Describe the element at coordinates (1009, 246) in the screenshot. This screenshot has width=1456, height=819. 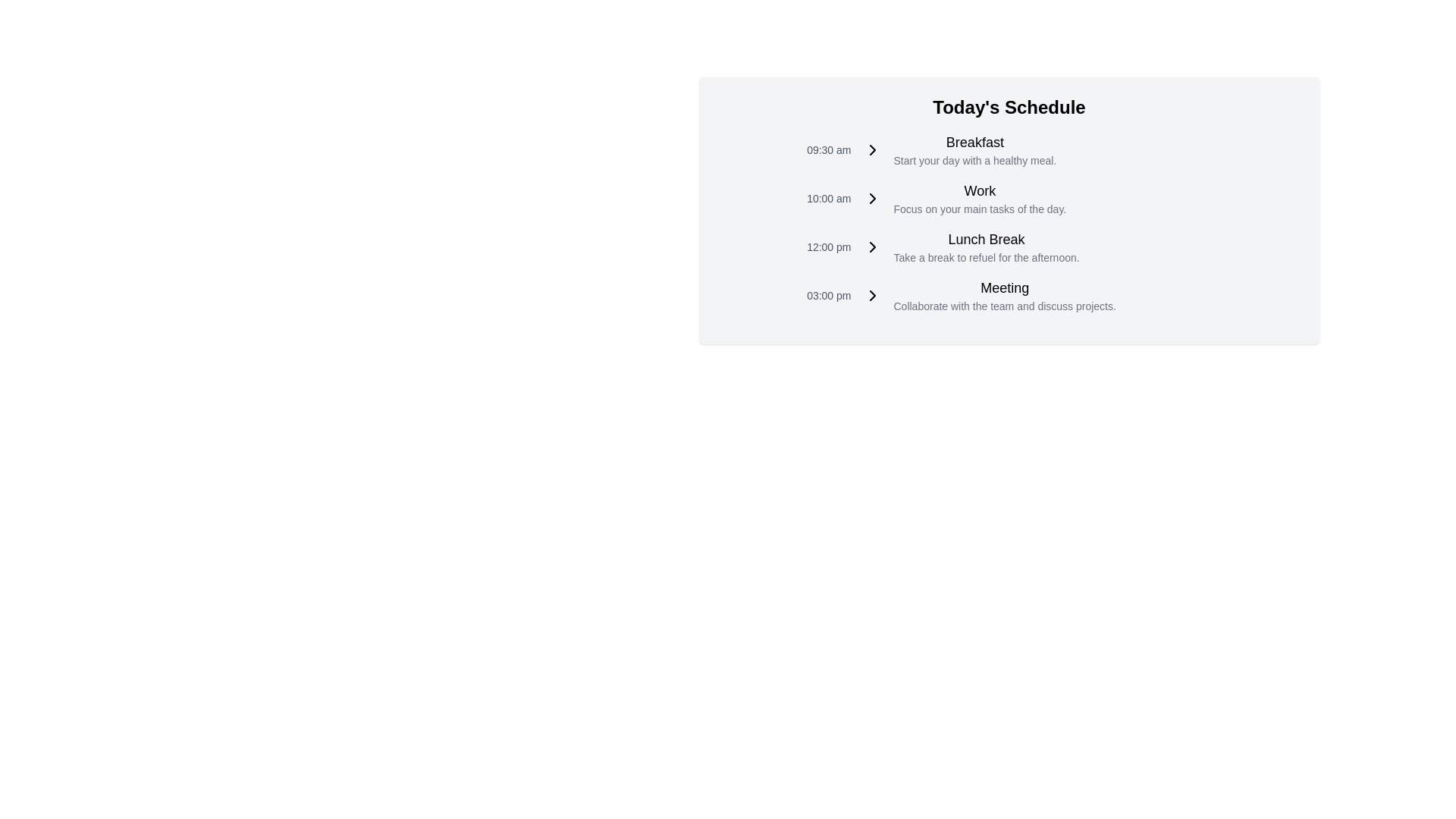
I see `the schedule row for 'Lunch Break' at '12:00 pm'` at that location.